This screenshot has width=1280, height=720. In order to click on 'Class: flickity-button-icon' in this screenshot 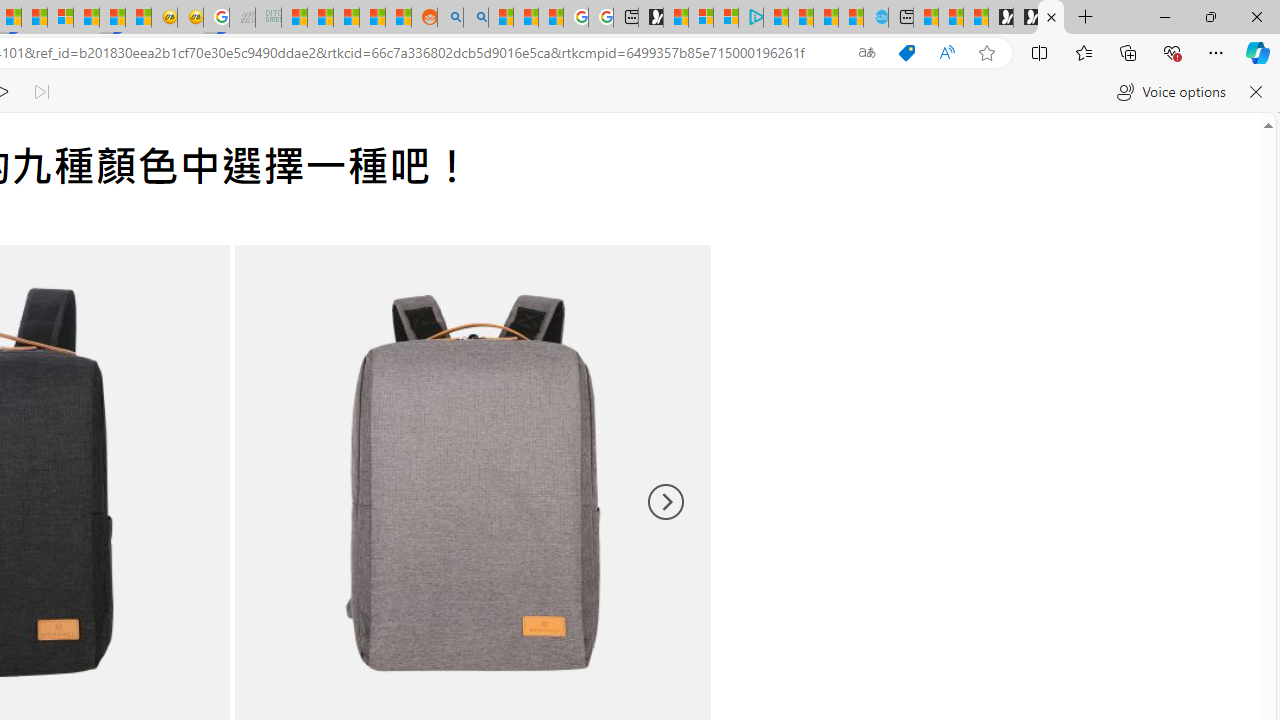, I will do `click(664, 501)`.